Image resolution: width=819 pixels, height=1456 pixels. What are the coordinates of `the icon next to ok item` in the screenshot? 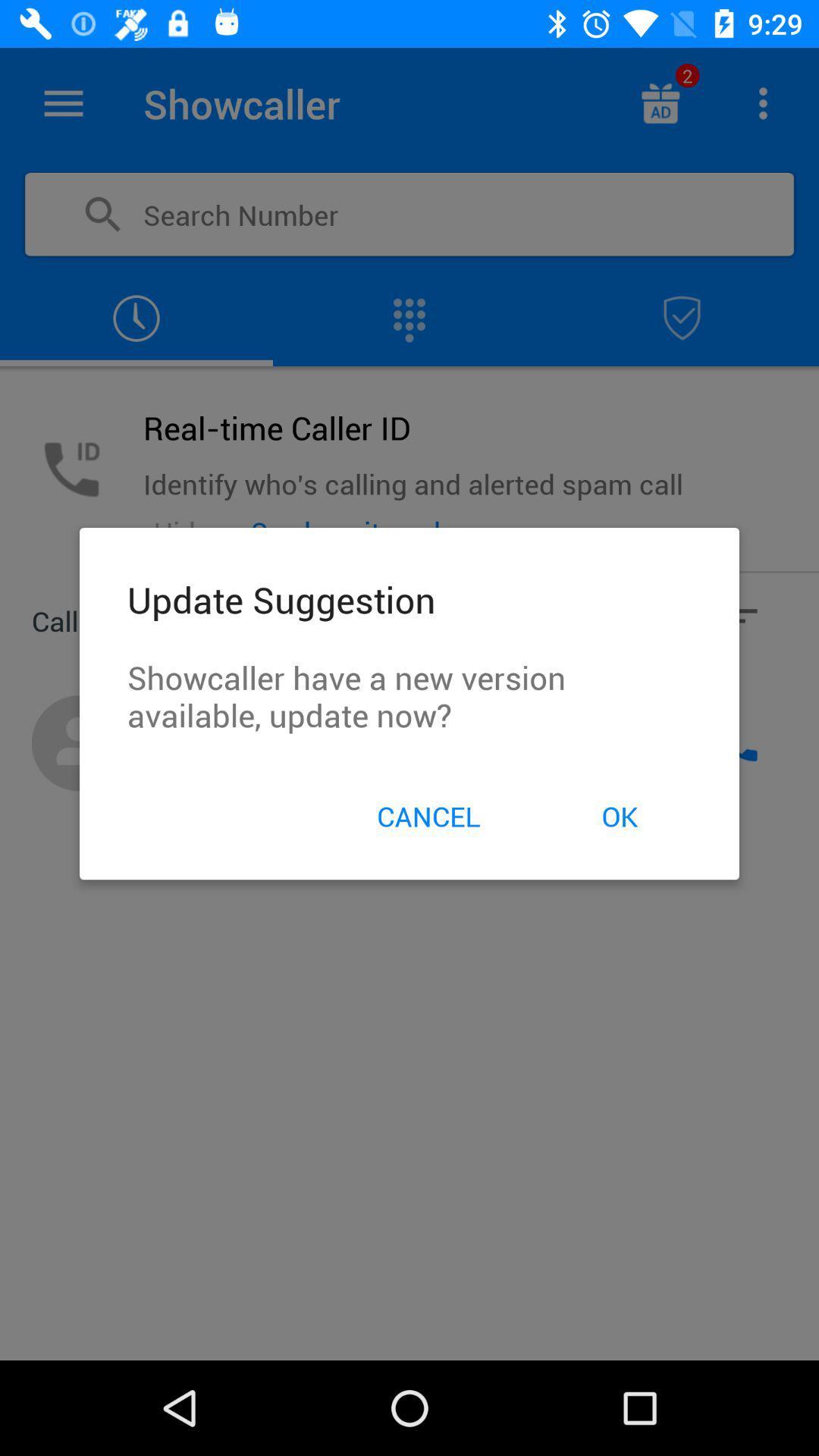 It's located at (428, 815).